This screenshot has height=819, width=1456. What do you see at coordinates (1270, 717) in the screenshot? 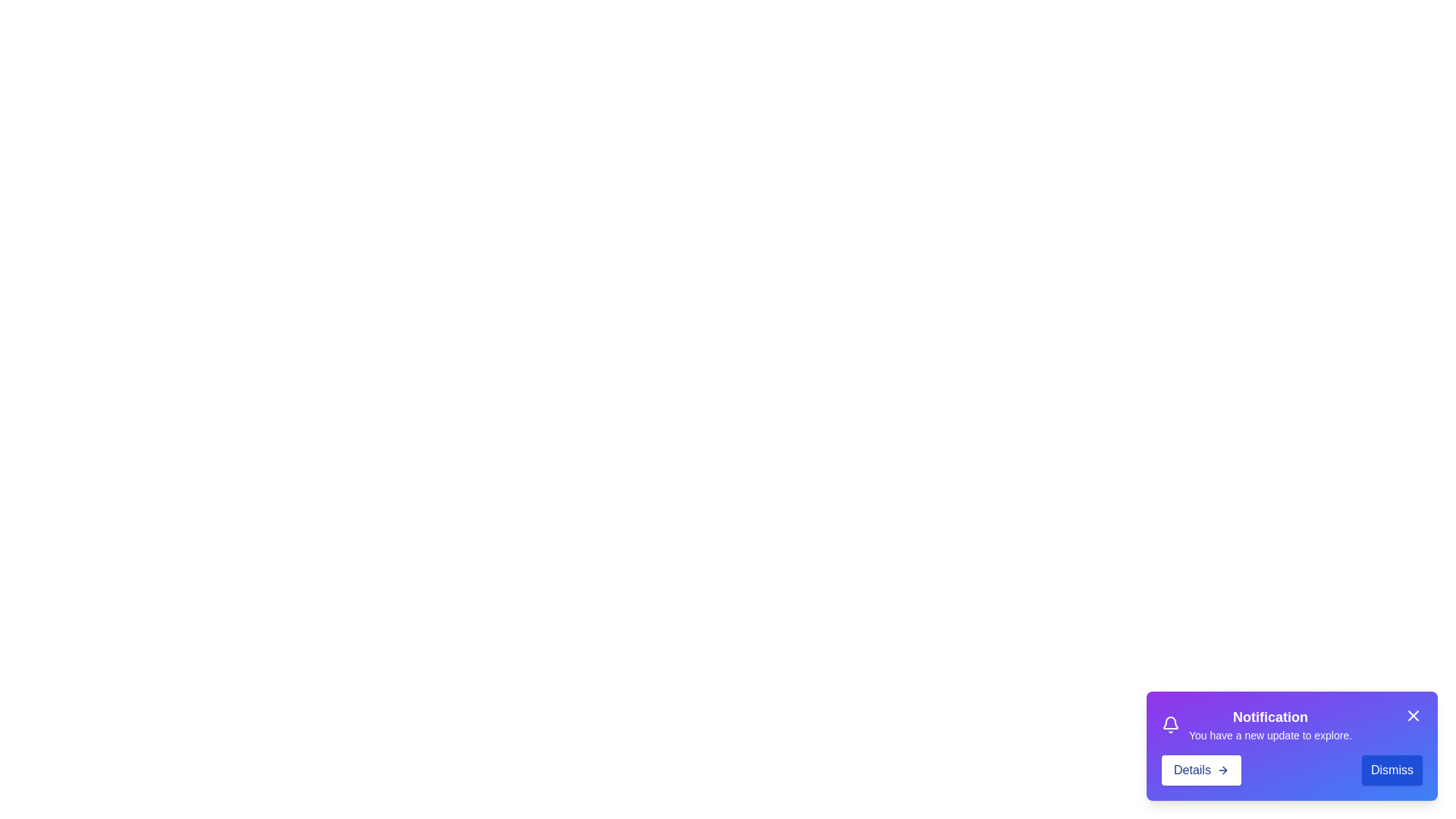
I see `bolded 'Notification' text at the top of the purple gradient notification popup` at bounding box center [1270, 717].